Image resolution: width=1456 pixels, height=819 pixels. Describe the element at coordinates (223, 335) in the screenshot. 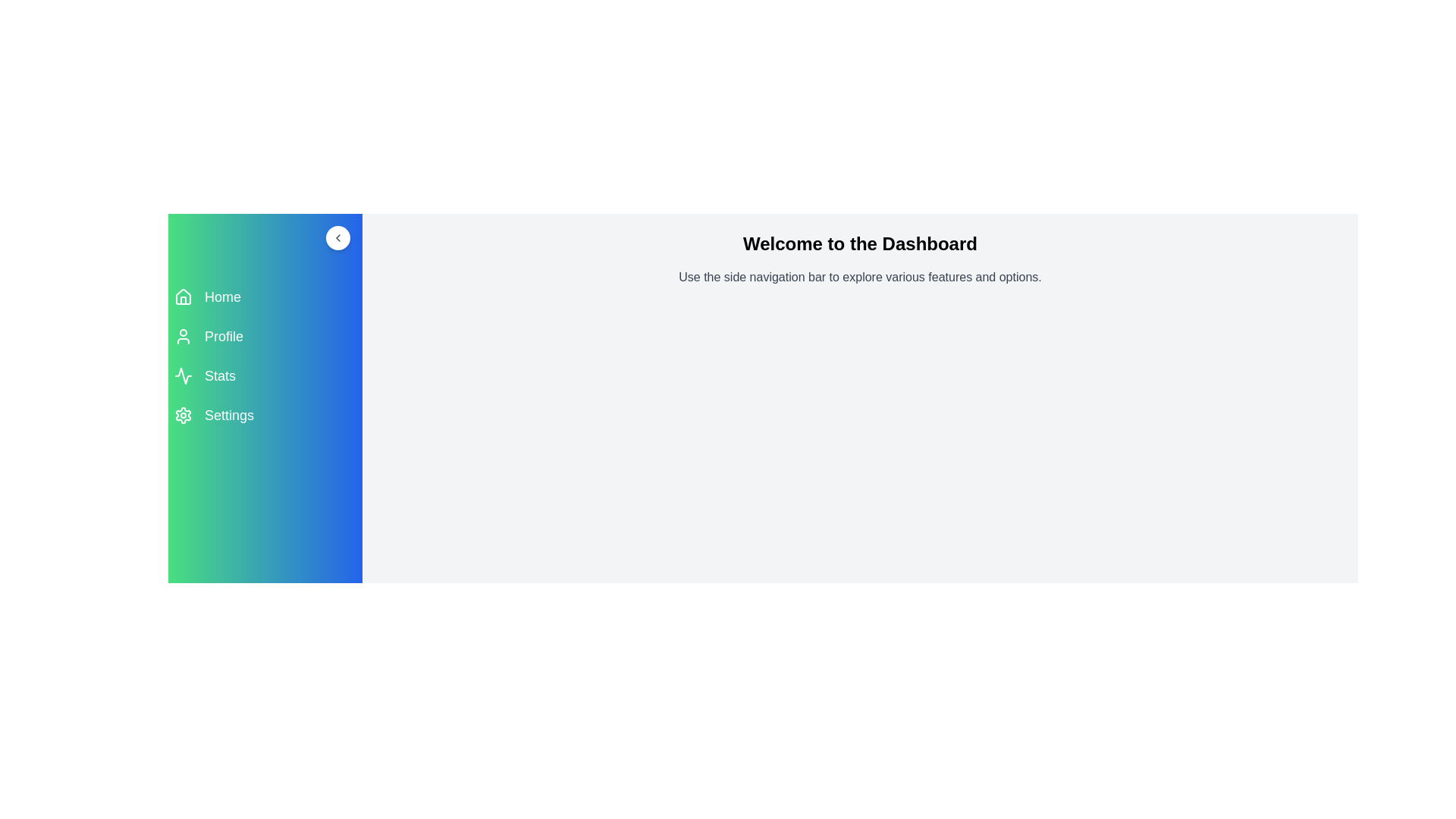

I see `the 'Profile' label in the left-side navigation panel, which is positioned below the 'Home' icon and above the 'Stats' option` at that location.